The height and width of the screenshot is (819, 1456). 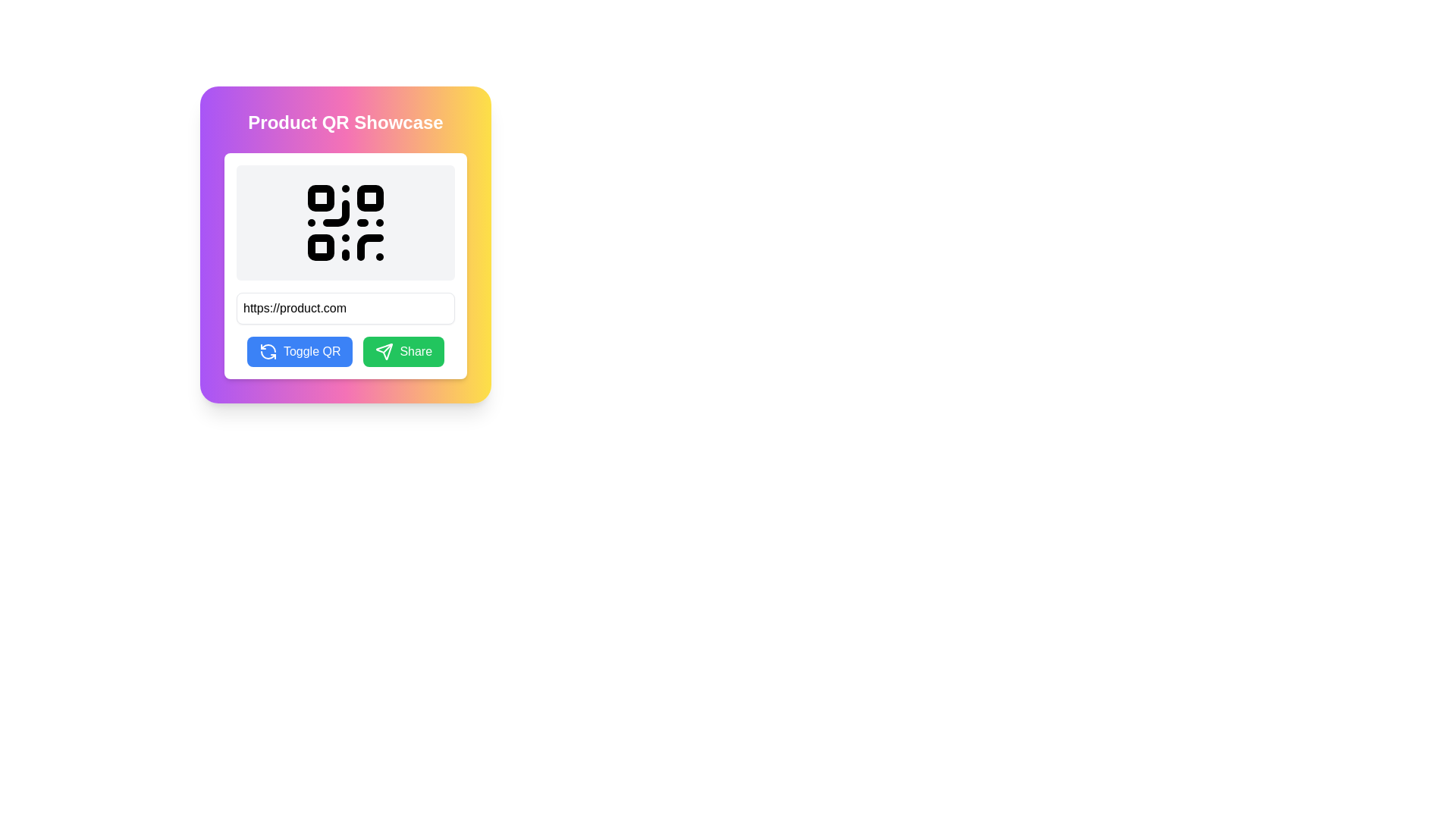 What do you see at coordinates (300, 351) in the screenshot?
I see `the rectangular button labeled 'Toggle QR' with a blue background and white text to change its background color` at bounding box center [300, 351].